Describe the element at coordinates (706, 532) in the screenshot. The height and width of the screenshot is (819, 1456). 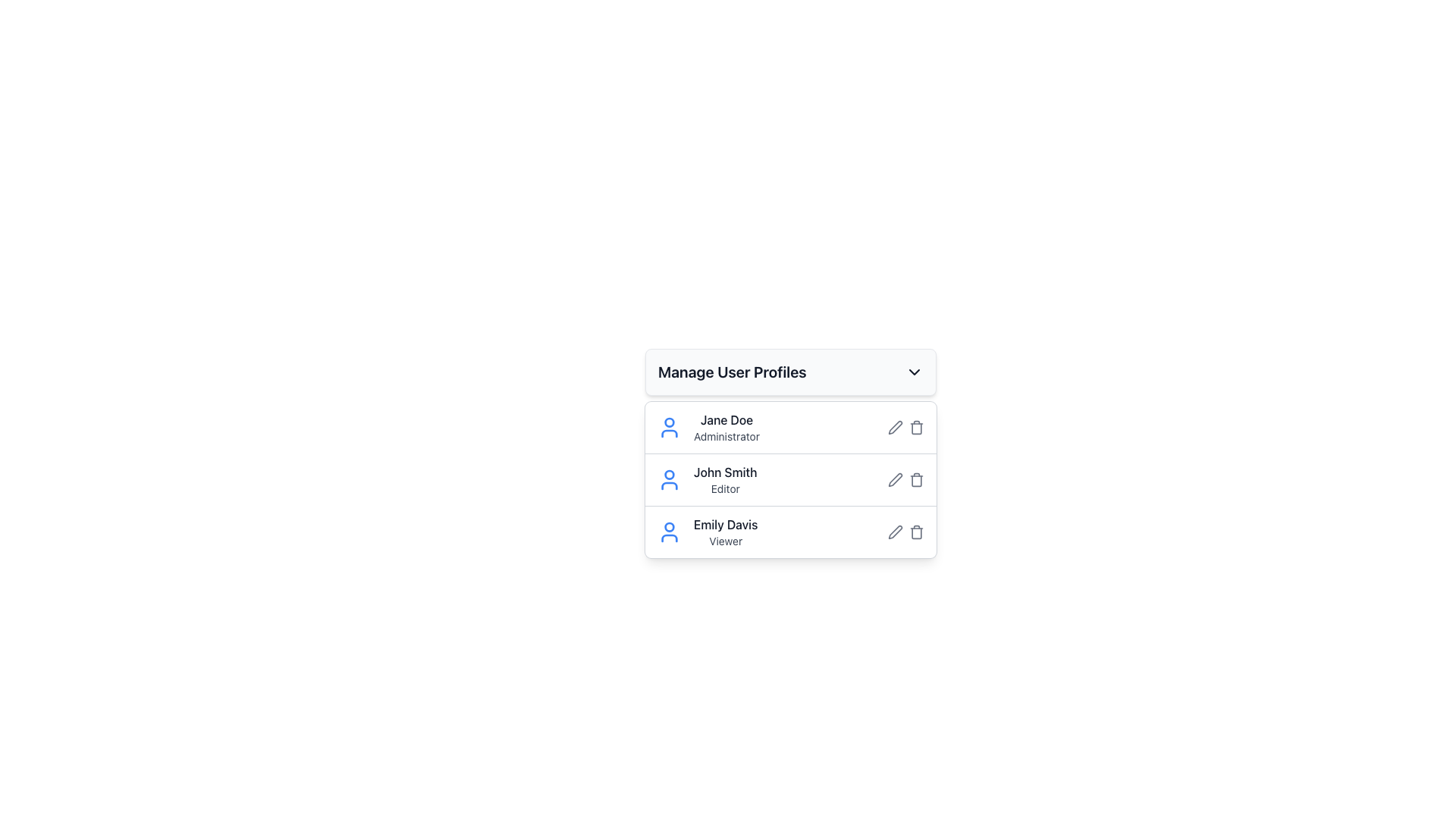
I see `on the Composite User Profile Badge representing 'Emily Davis - Viewer'` at that location.